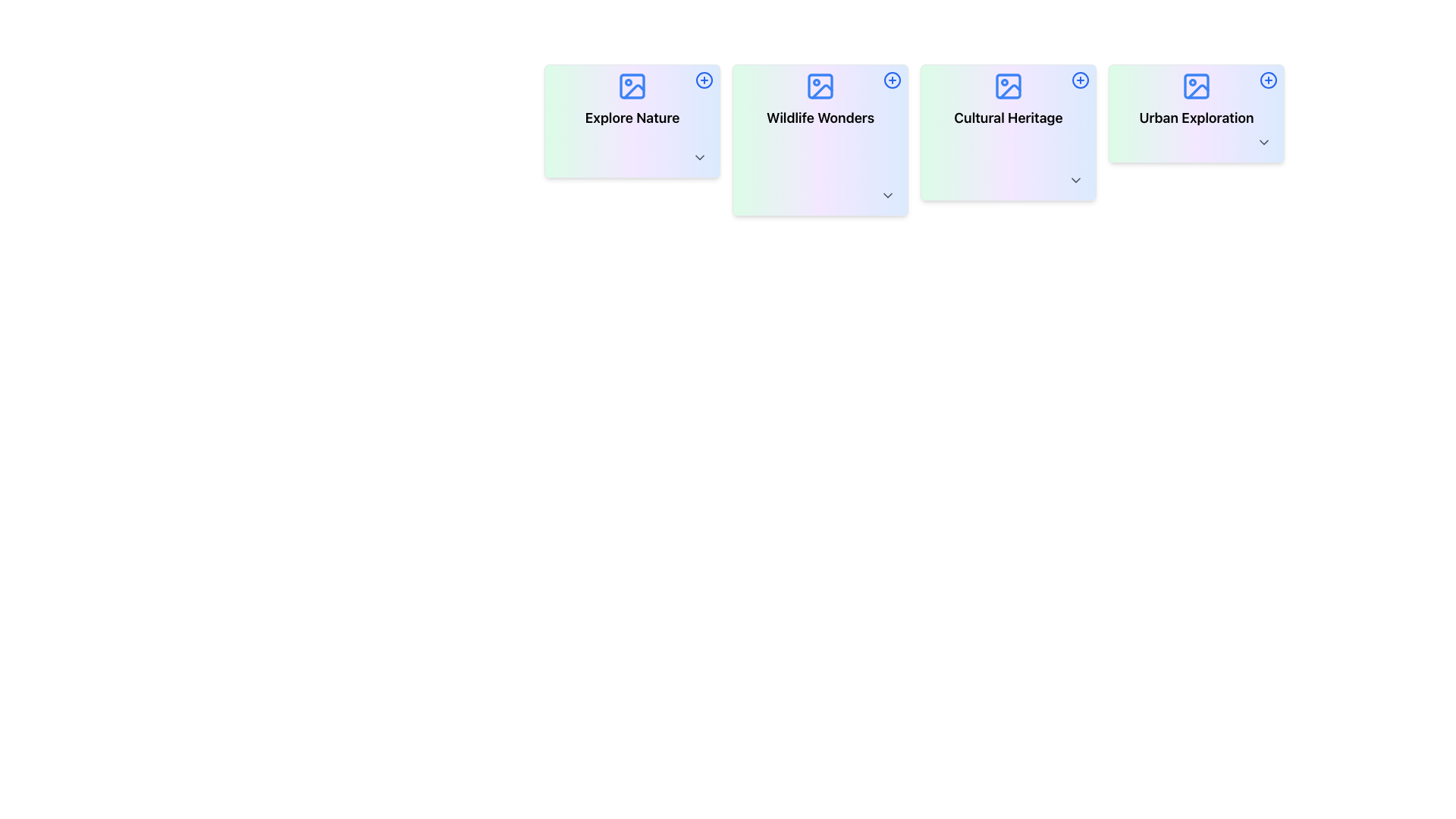  What do you see at coordinates (1196, 86) in the screenshot?
I see `the 'Urban Exploration' icon, which is the fourth card in a horizontal row of cards, positioned centrally along the top edge of the card` at bounding box center [1196, 86].